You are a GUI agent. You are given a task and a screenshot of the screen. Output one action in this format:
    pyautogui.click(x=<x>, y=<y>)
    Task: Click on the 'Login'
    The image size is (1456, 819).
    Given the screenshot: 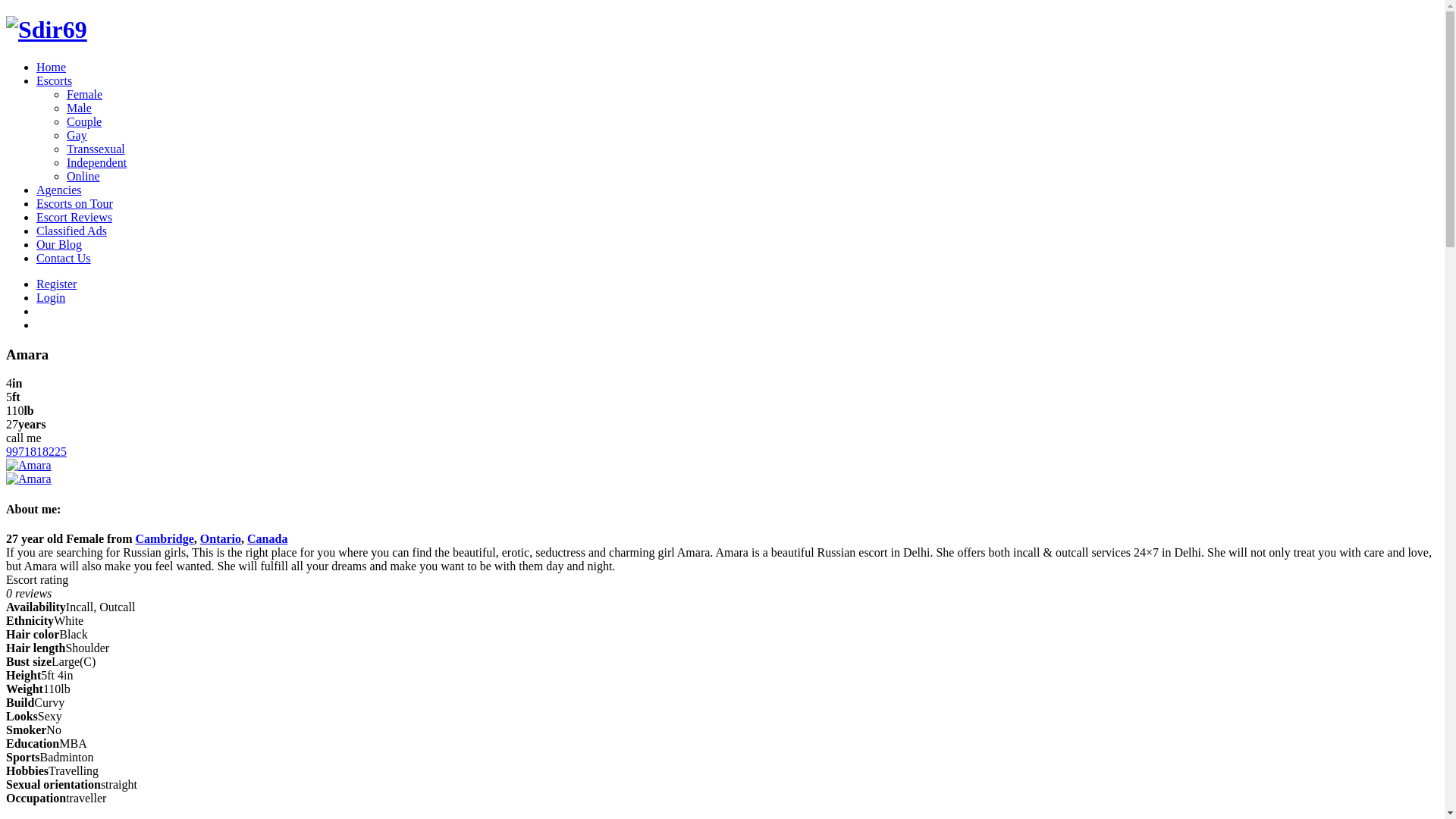 What is the action you would take?
    pyautogui.click(x=51, y=297)
    